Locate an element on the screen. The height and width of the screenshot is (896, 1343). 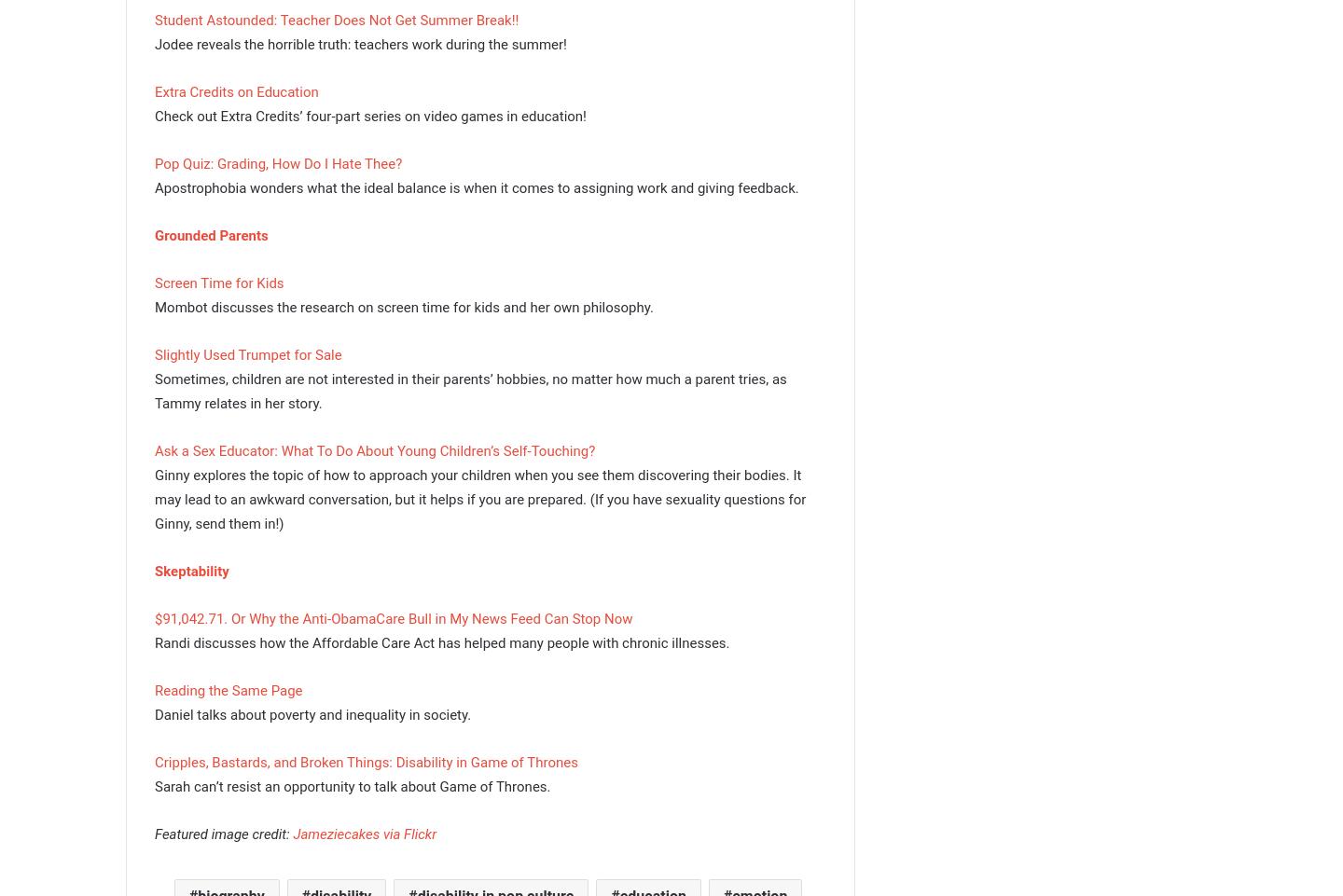
'Grounded Parents' is located at coordinates (154, 233).